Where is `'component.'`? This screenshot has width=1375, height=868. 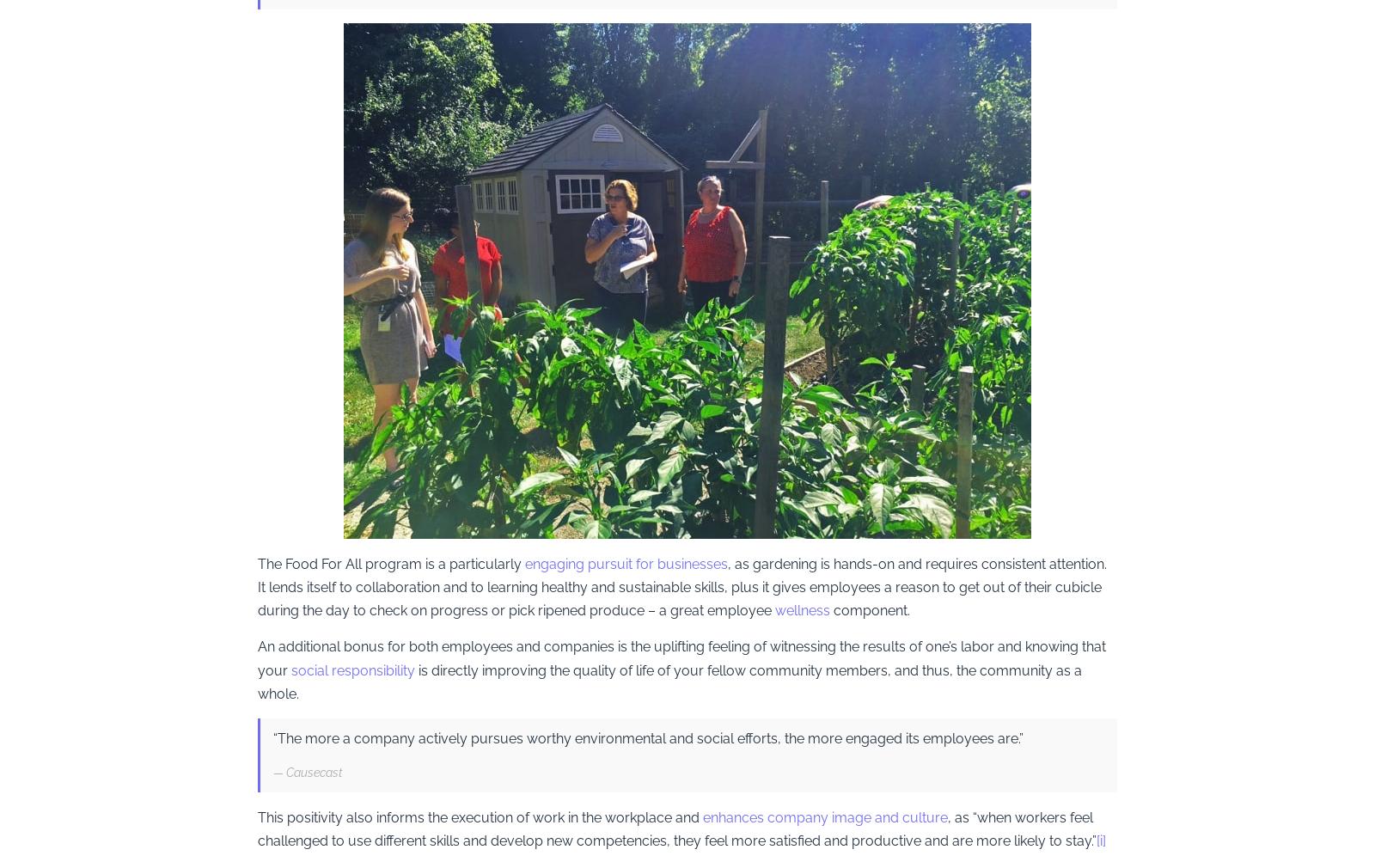 'component.' is located at coordinates (871, 609).